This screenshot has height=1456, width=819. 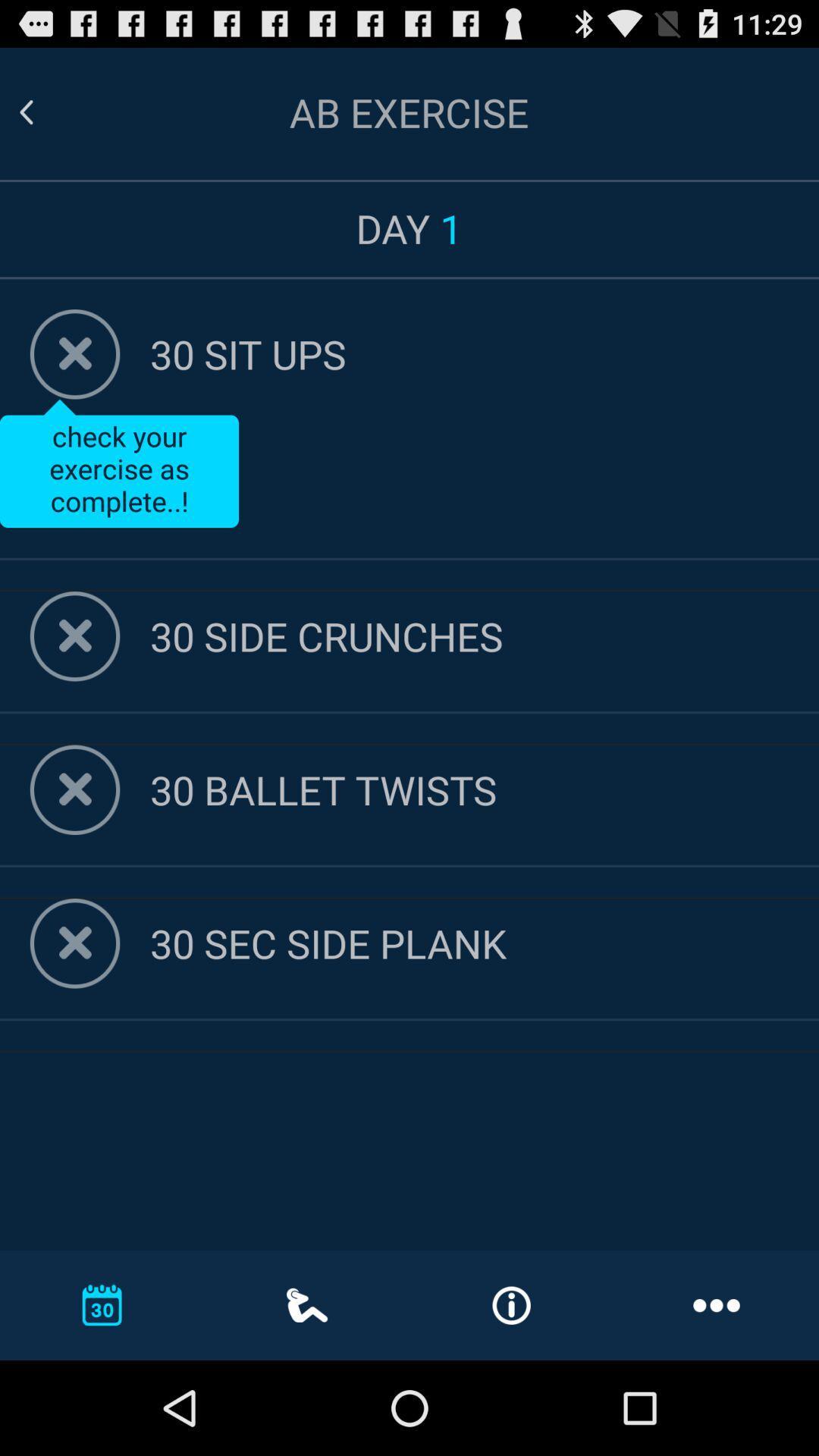 What do you see at coordinates (75, 353) in the screenshot?
I see `check exercise done` at bounding box center [75, 353].